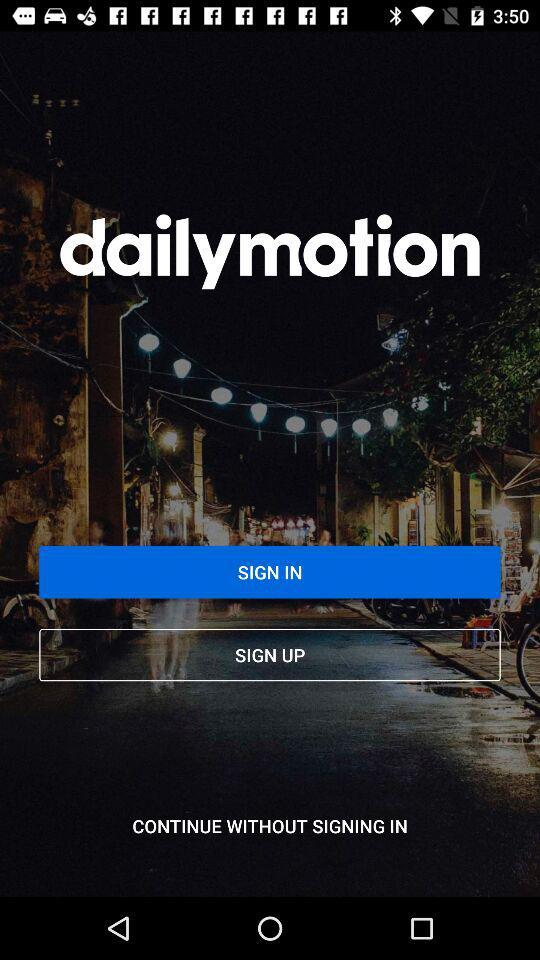 This screenshot has width=540, height=960. I want to click on the continue without signing item, so click(270, 826).